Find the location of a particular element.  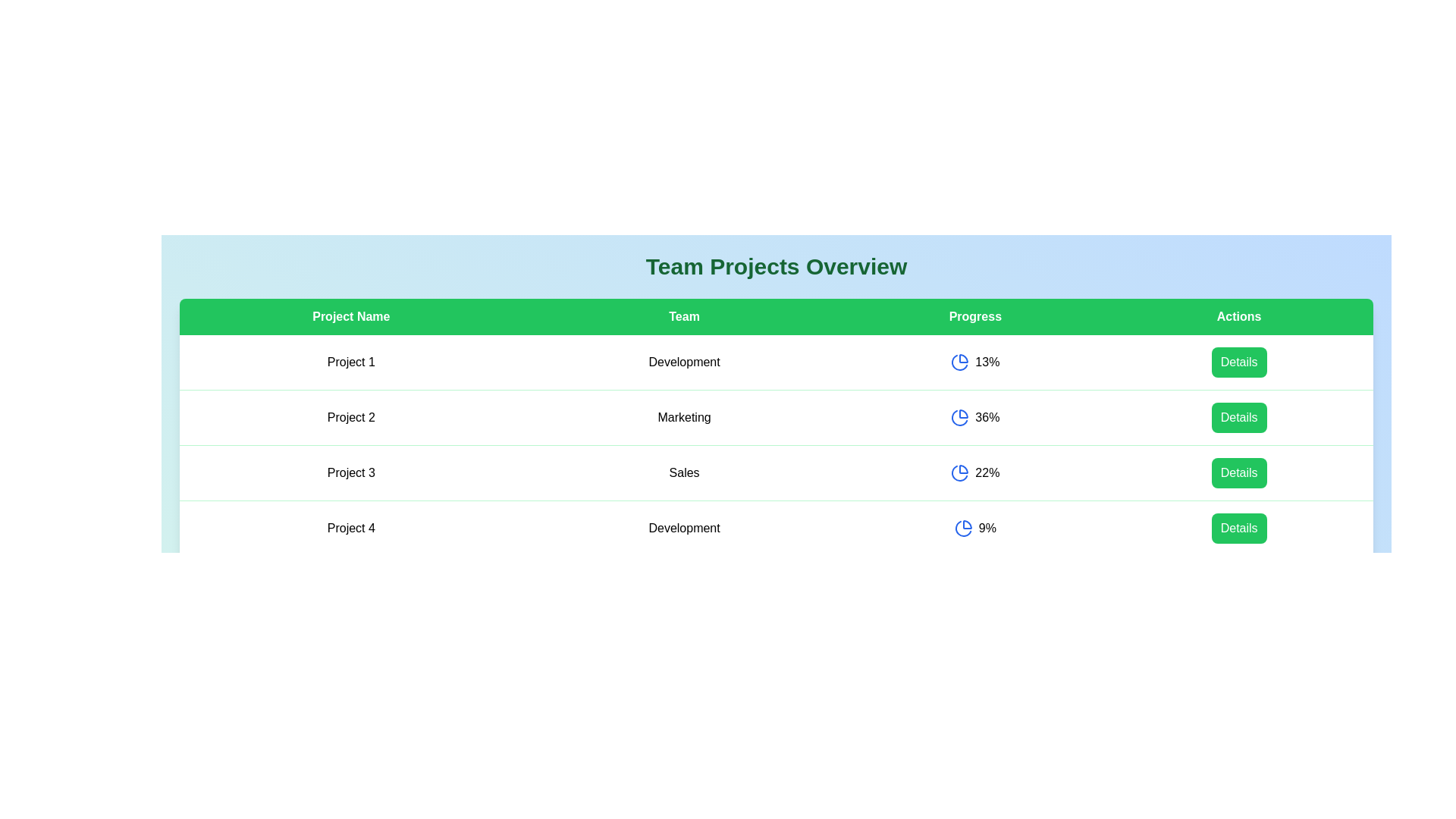

the 'Details' button for the project with the name Project 1 is located at coordinates (1239, 362).